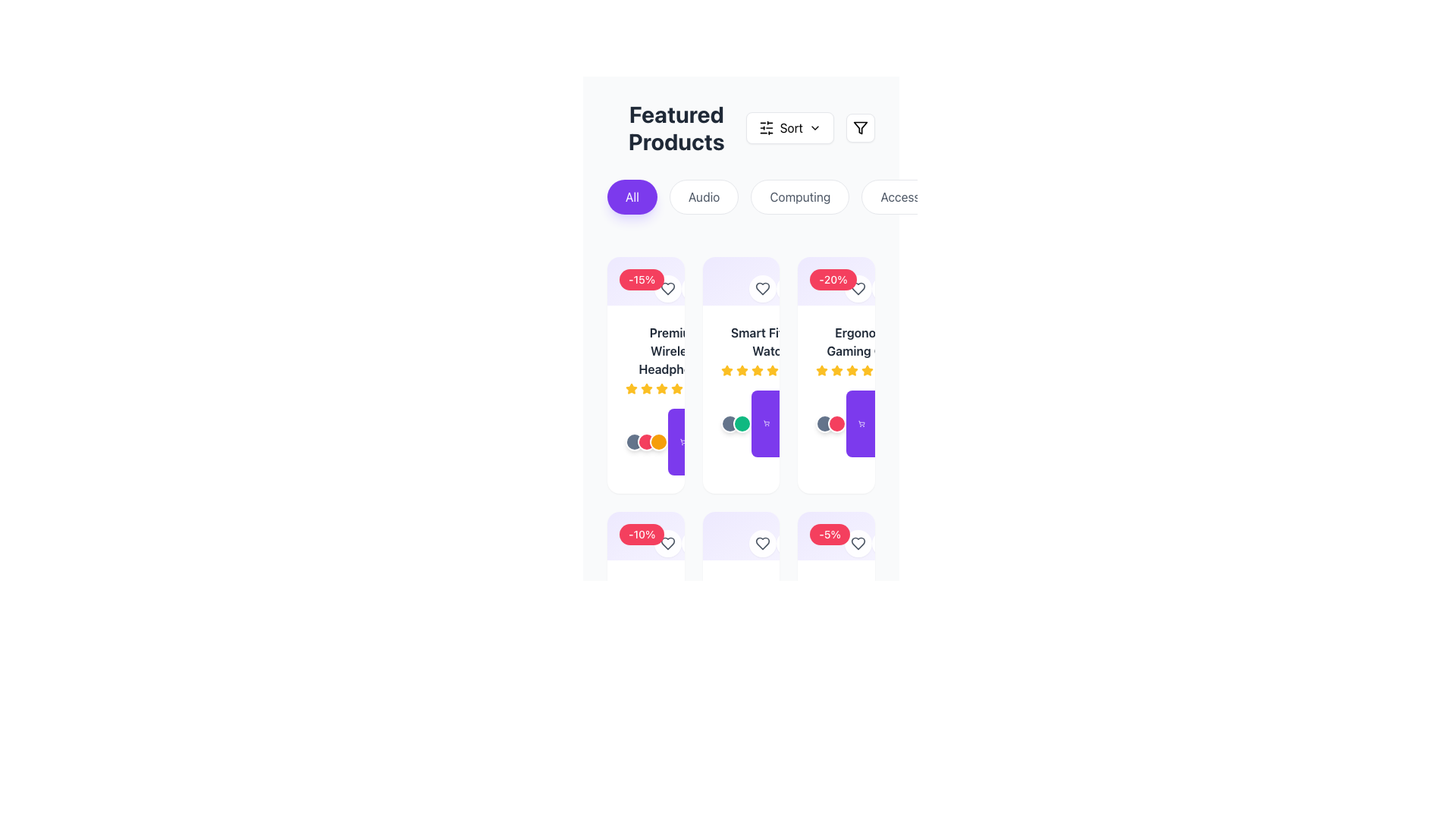 Image resolution: width=1456 pixels, height=819 pixels. What do you see at coordinates (770, 342) in the screenshot?
I see `the product name Text label located in the first row and second column of the product listing grid` at bounding box center [770, 342].